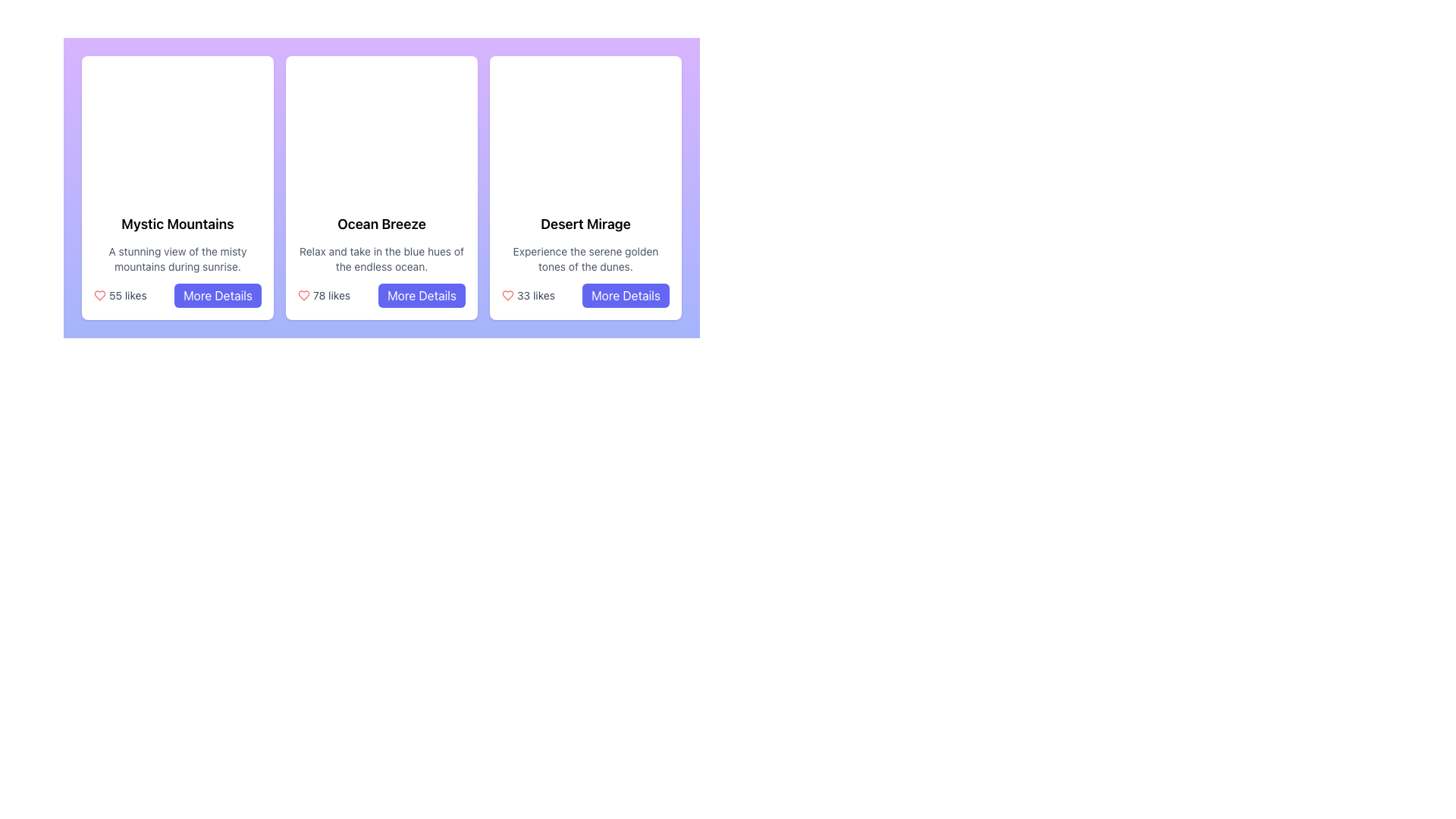  I want to click on the red heart icon representing a 'like' marker located in the 'Mystic Mountains' card, positioned above the '55 likes' text and to the left of the 'More Details' button, so click(99, 295).